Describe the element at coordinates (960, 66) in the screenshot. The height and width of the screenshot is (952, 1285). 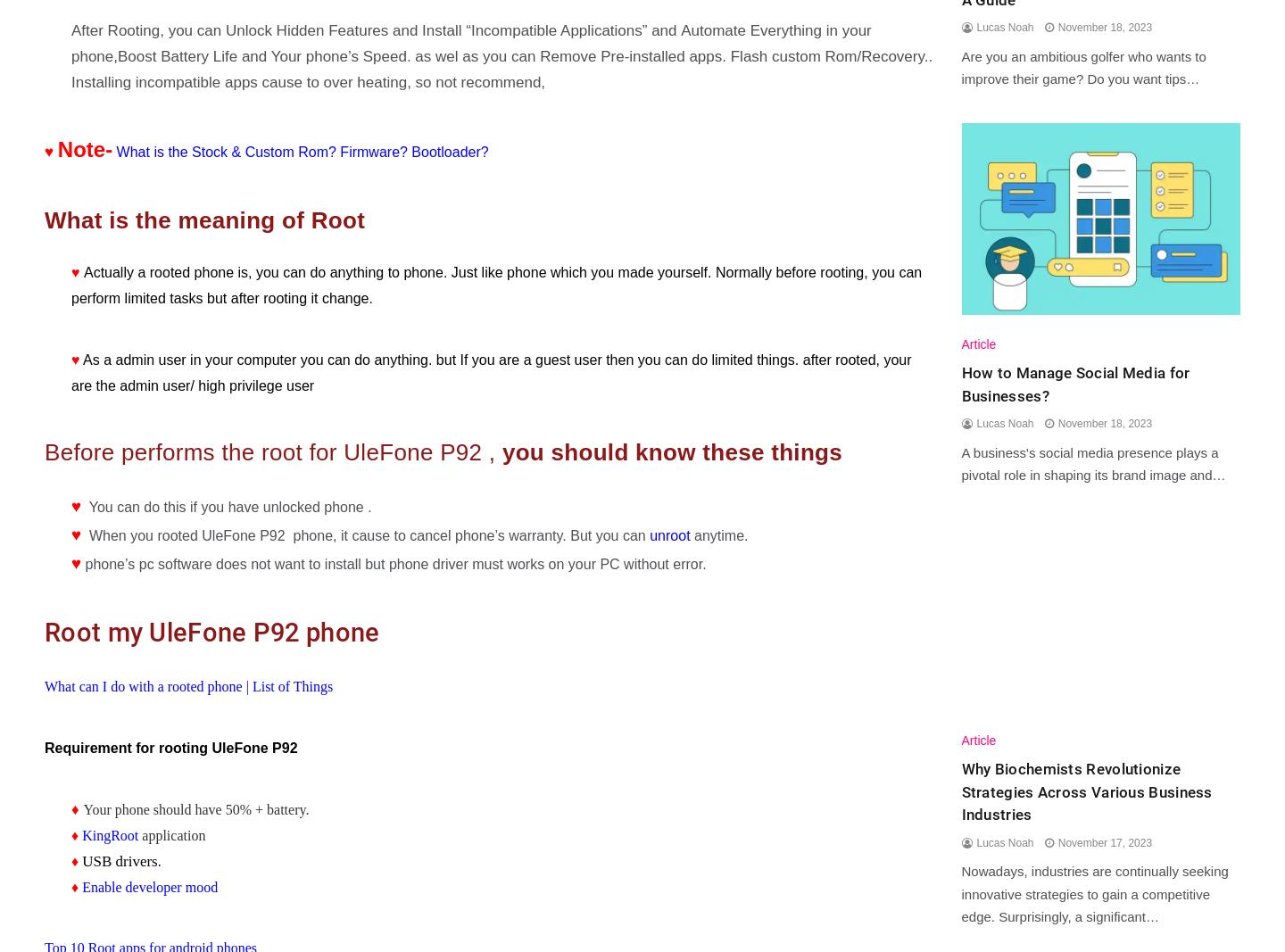
I see `'Are you an ambitious golfer who wants to improve their game? Do you want tips…'` at that location.